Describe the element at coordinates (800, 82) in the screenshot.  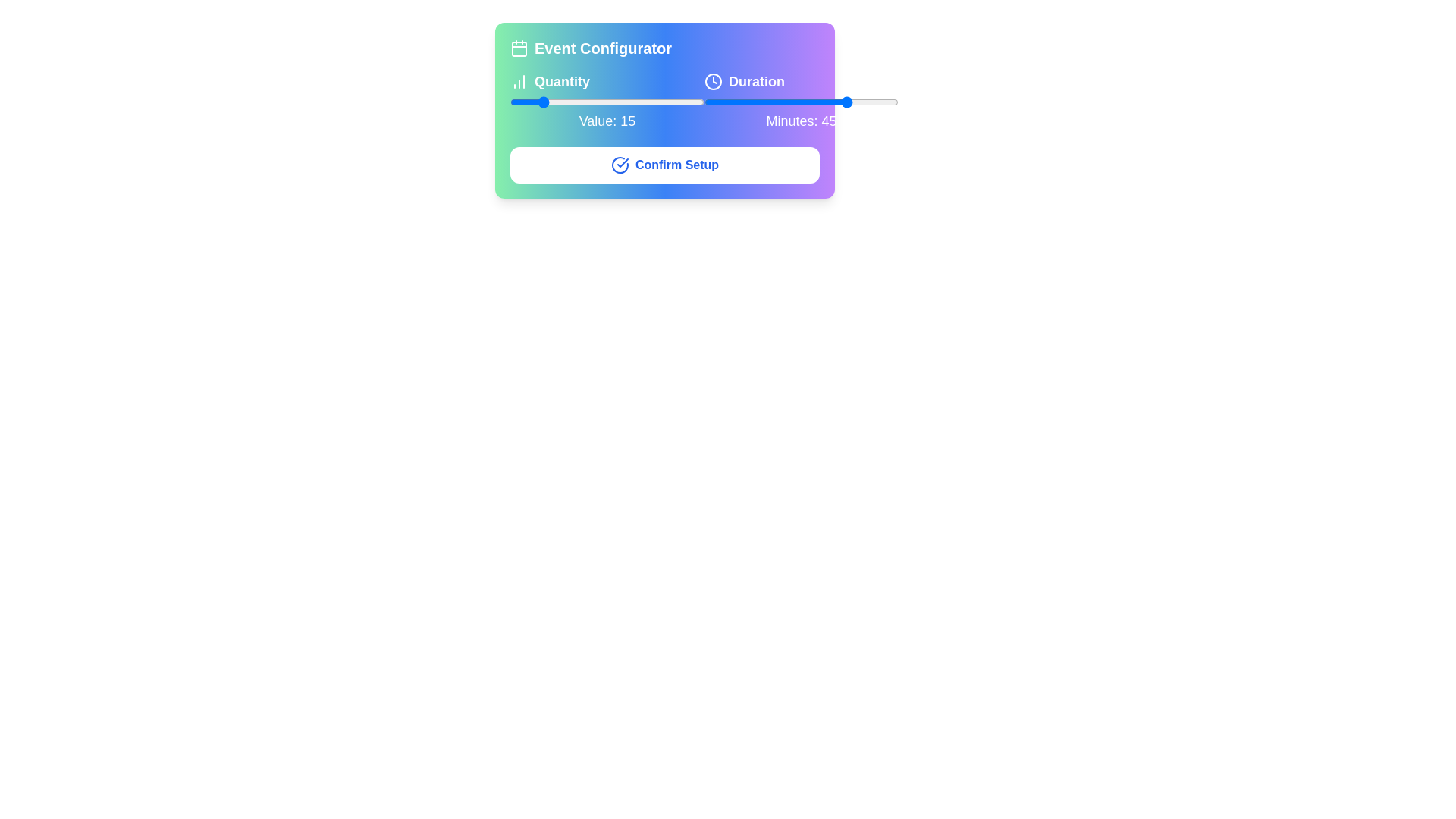
I see `the Text label indicating the purpose of the associated slider, which is positioned to the right of 'Quantity' and above the range slider displaying 'Minutes: 45'` at that location.